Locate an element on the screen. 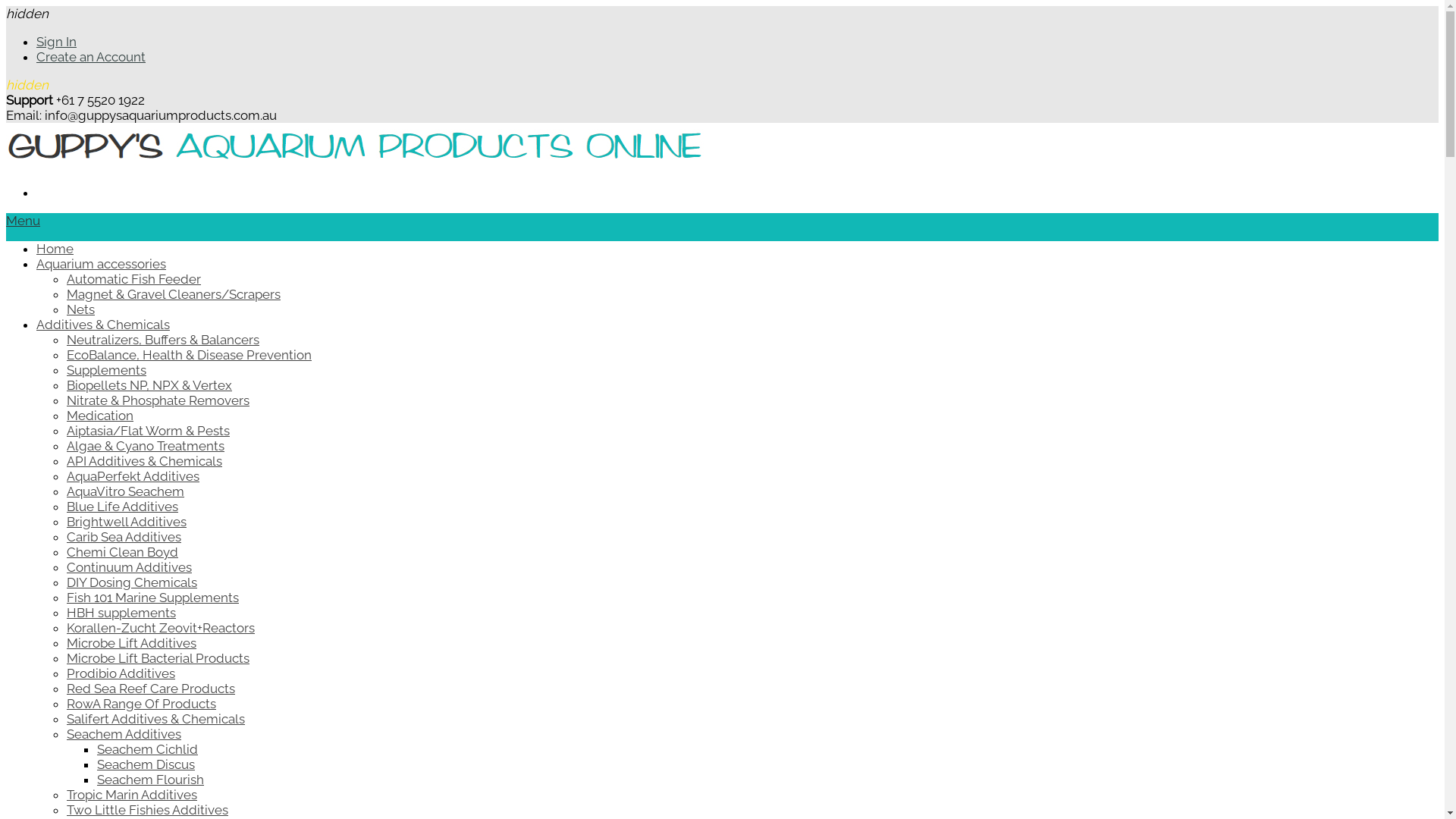  'Brightwell Additives' is located at coordinates (127, 520).